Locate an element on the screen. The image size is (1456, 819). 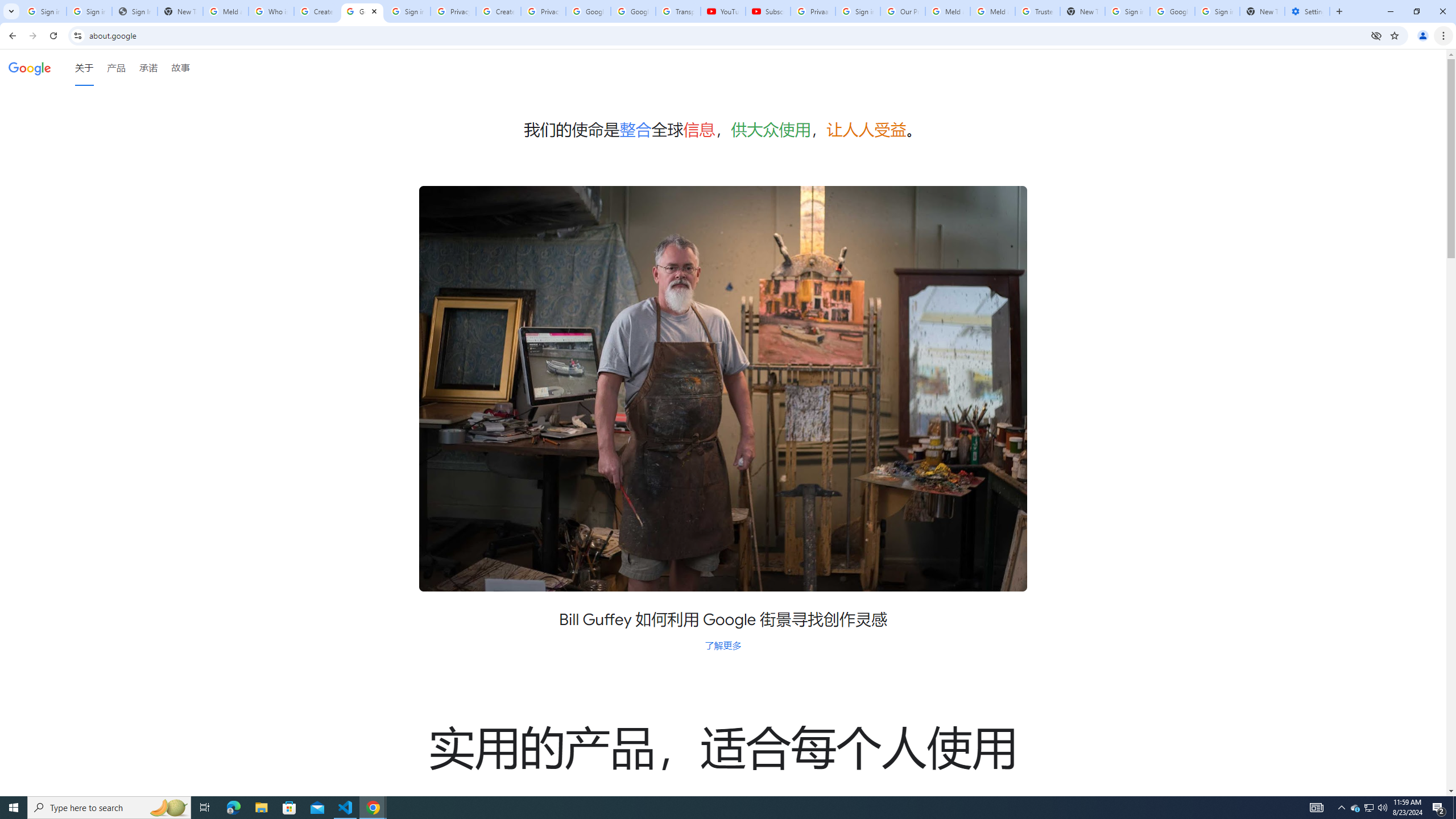
'Who is my administrator? - Google Account Help' is located at coordinates (271, 11).